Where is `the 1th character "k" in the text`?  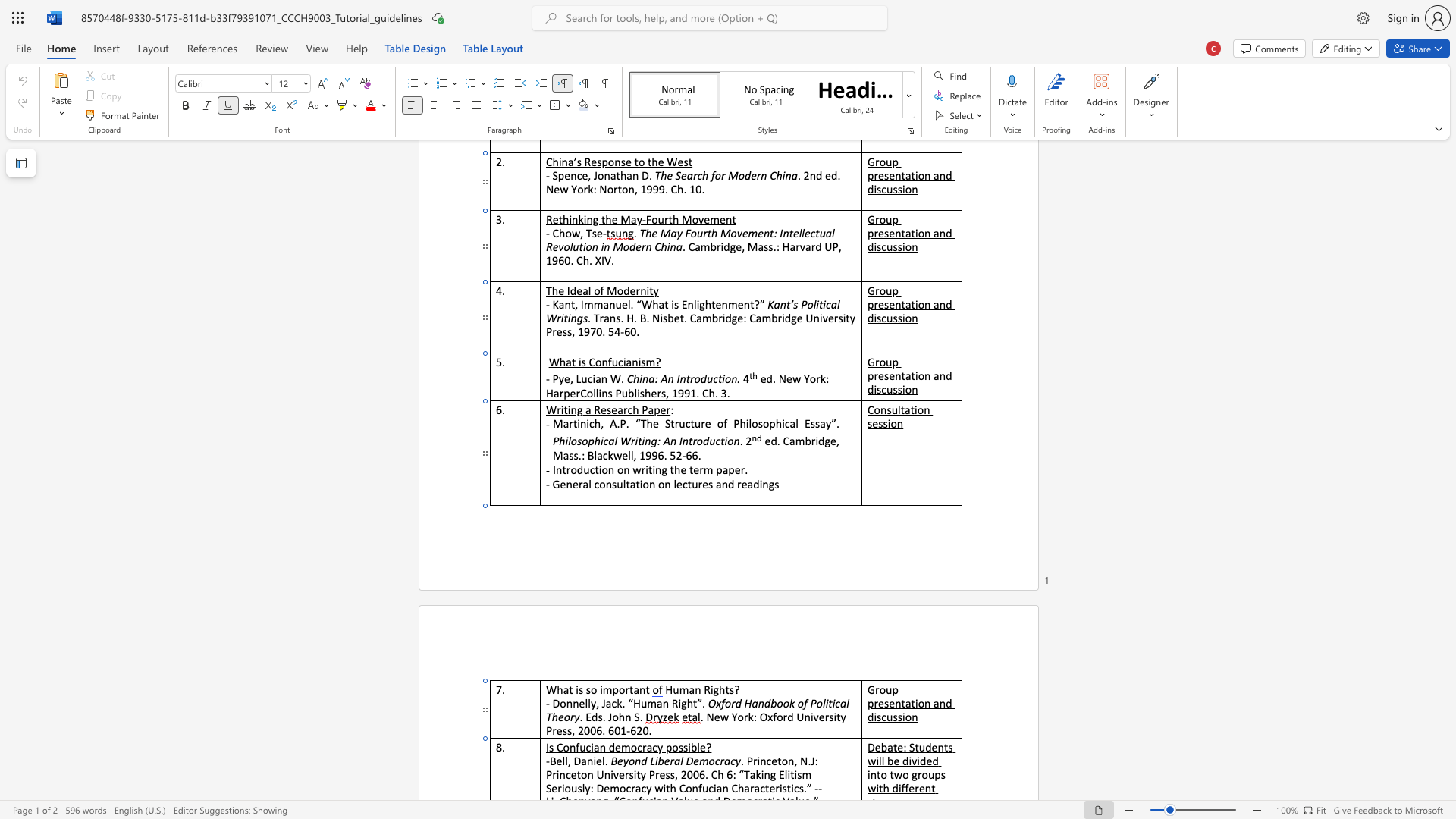
the 1th character "k" in the text is located at coordinates (619, 703).